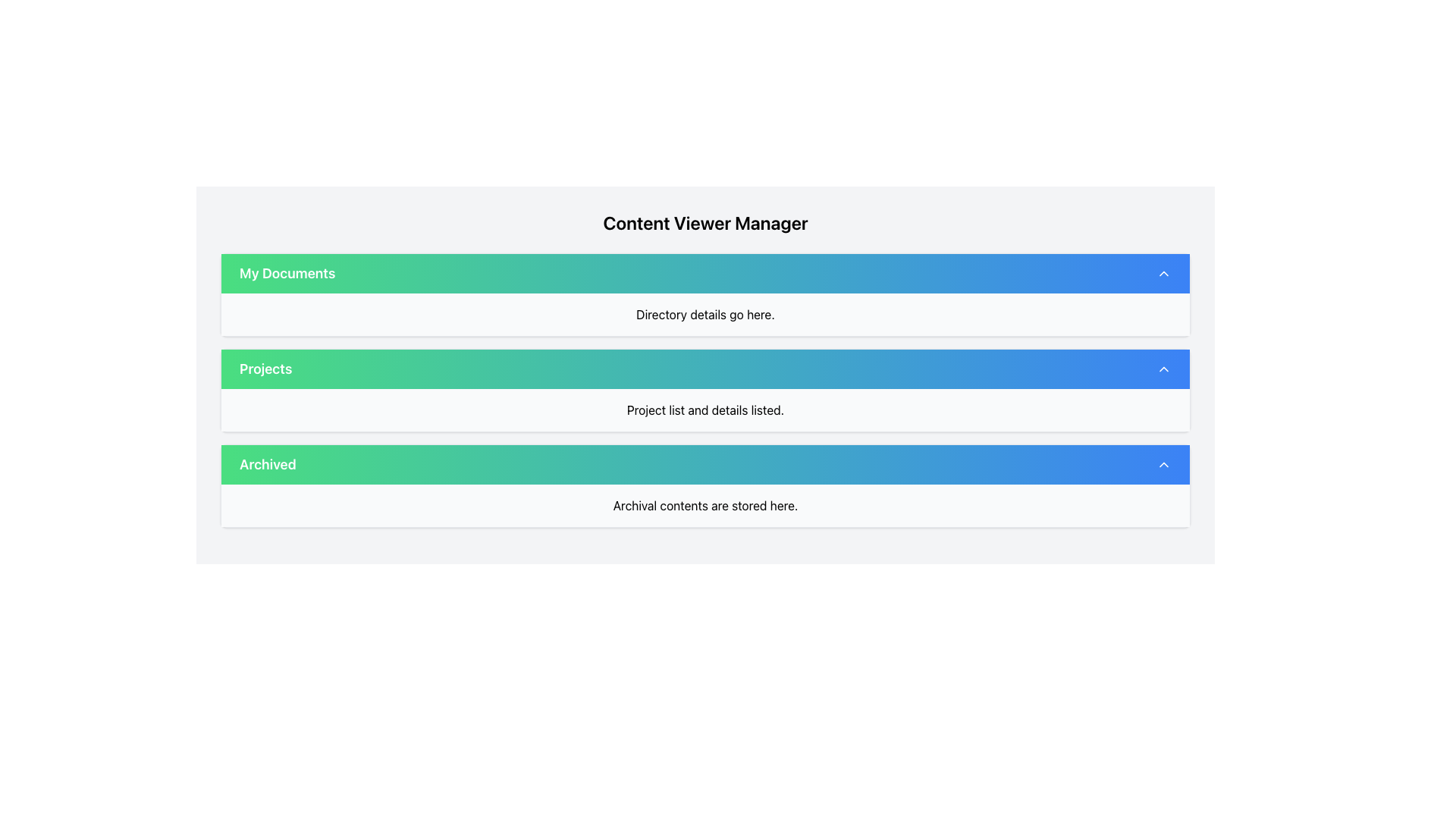 The height and width of the screenshot is (819, 1456). What do you see at coordinates (268, 464) in the screenshot?
I see `the Text Label that indicates the function related to archived items, positioned to the left of the 'Archived' bar in the vertical list` at bounding box center [268, 464].